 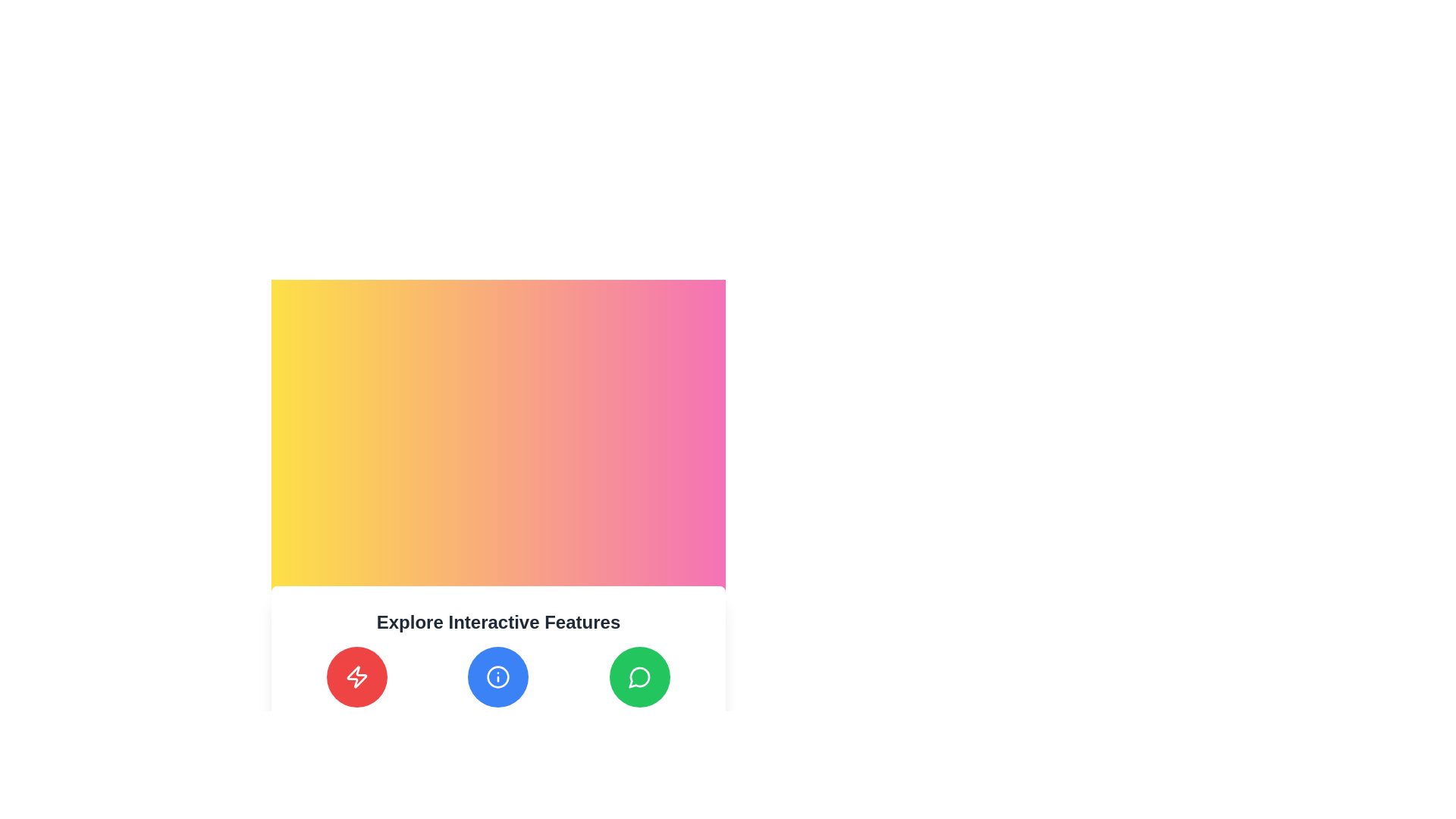 I want to click on the white lightning bolt icon located in the lower-left corner of the red circular button under the label 'Explore Interactive Features', so click(x=356, y=676).